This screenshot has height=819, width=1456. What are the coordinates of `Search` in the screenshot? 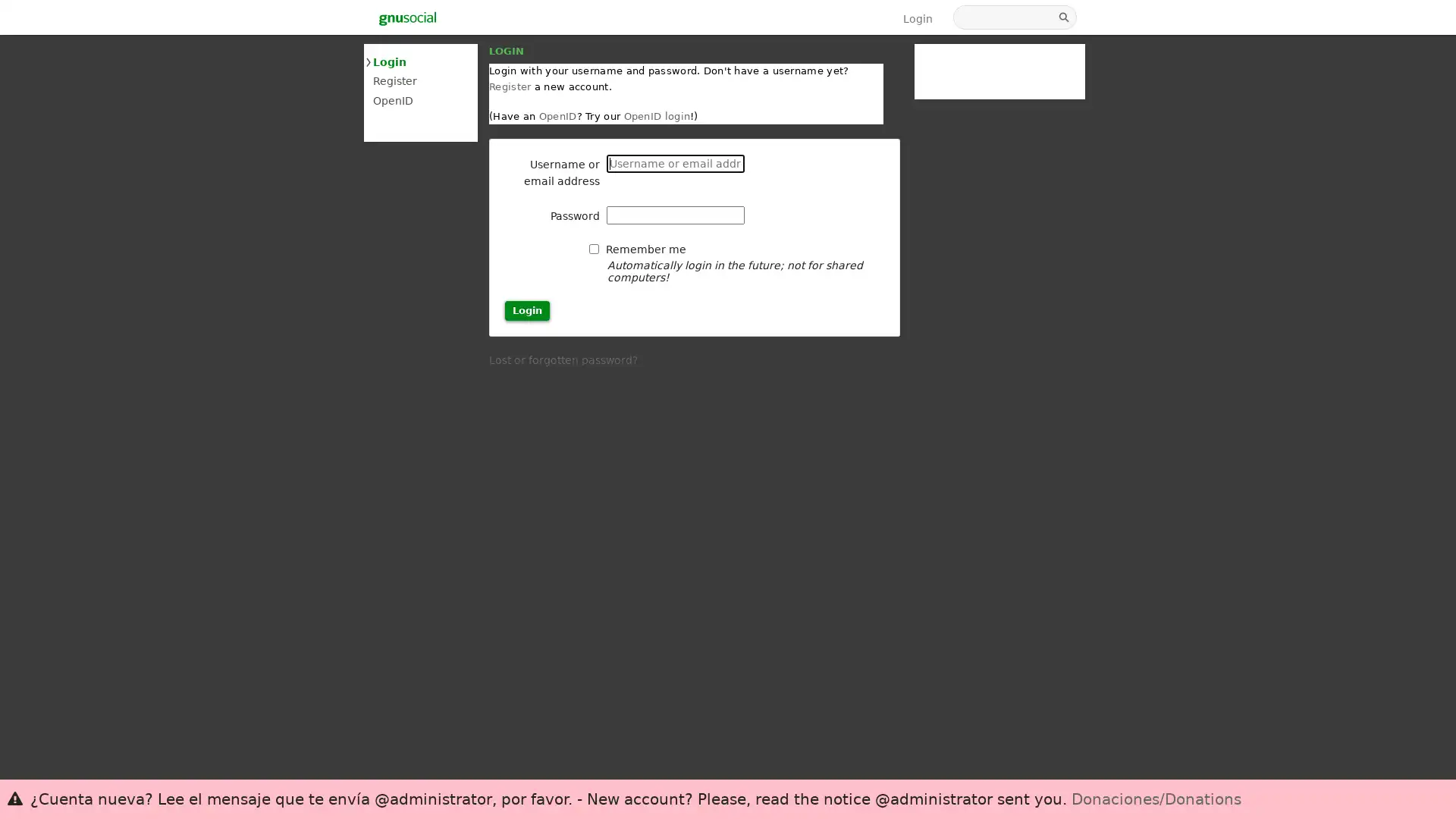 It's located at (1065, 17).